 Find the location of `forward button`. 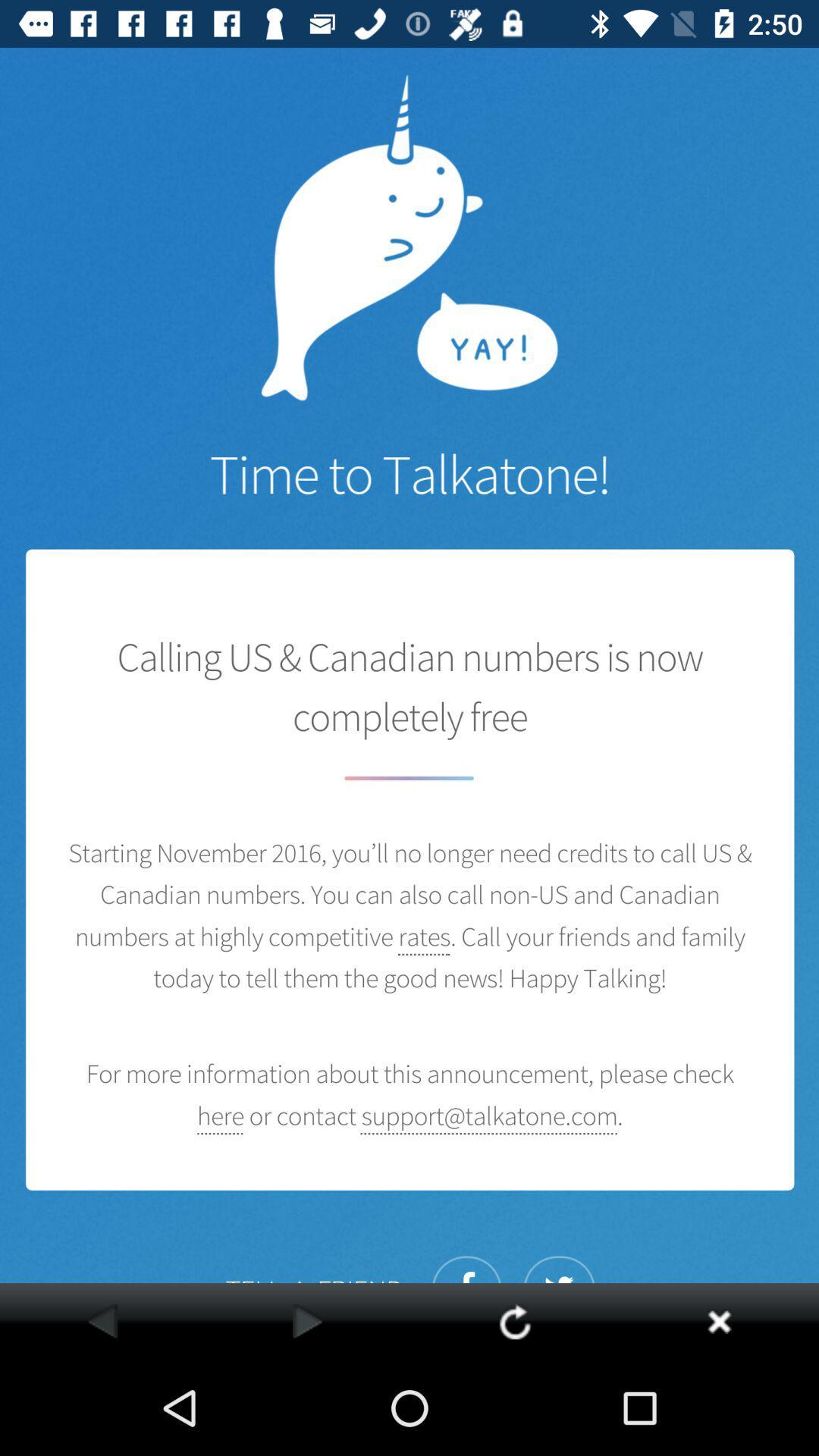

forward button is located at coordinates (307, 1320).